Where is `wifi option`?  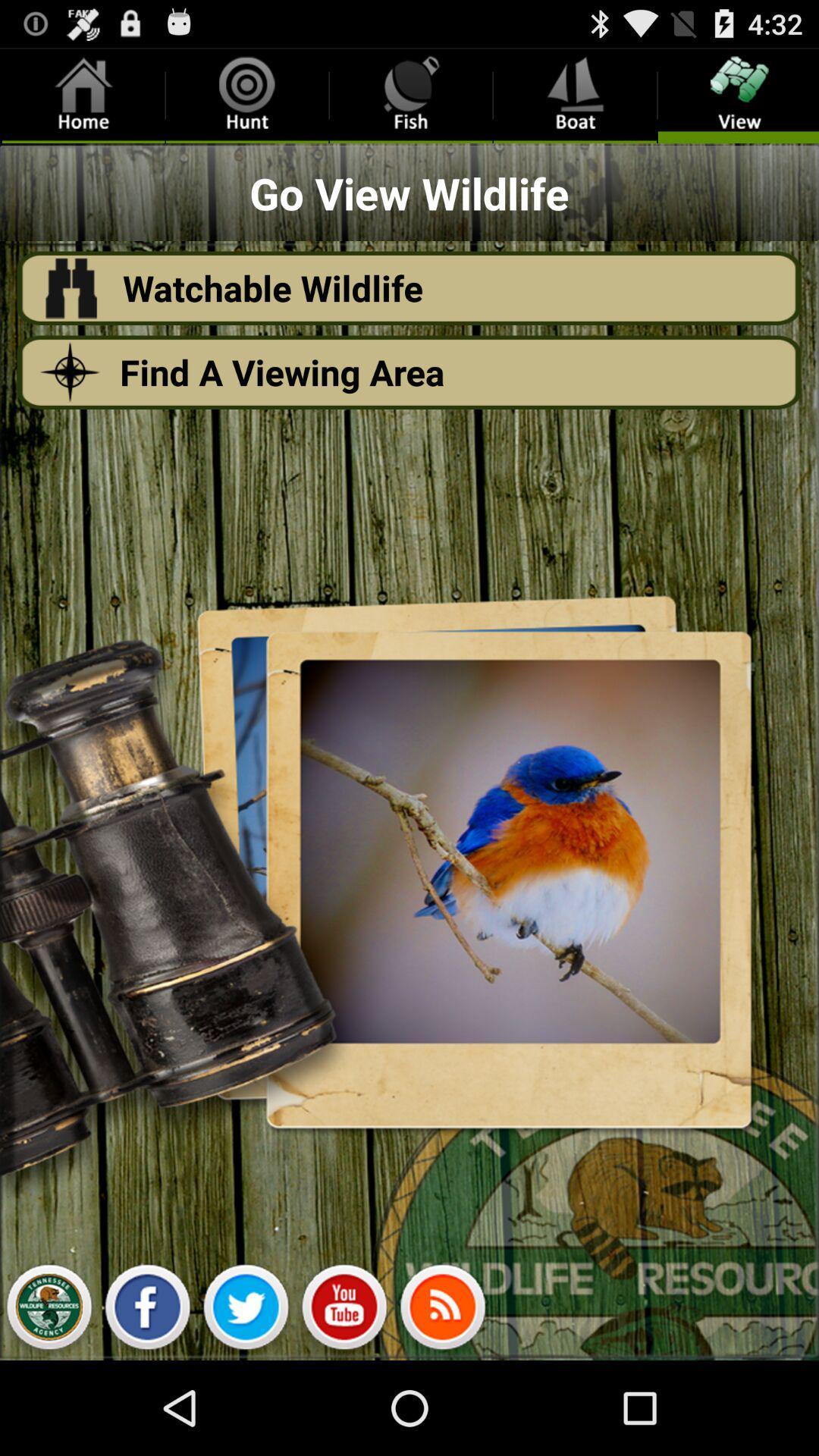 wifi option is located at coordinates (442, 1310).